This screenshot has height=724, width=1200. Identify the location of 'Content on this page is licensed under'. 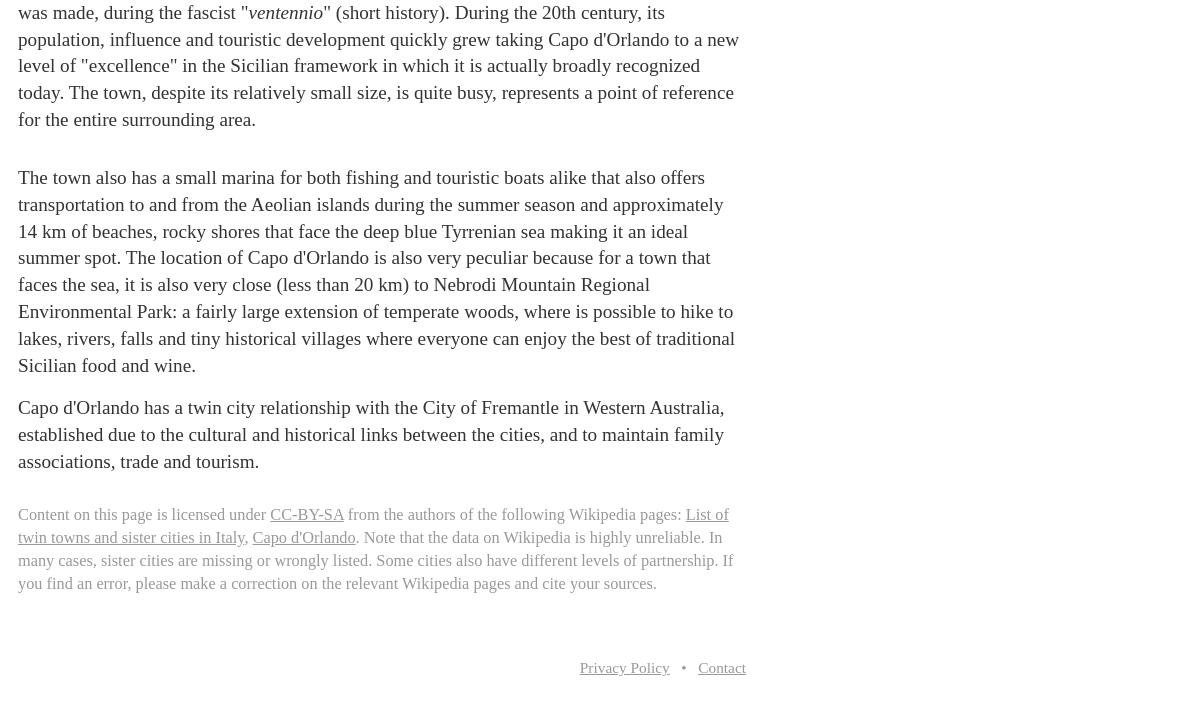
(144, 513).